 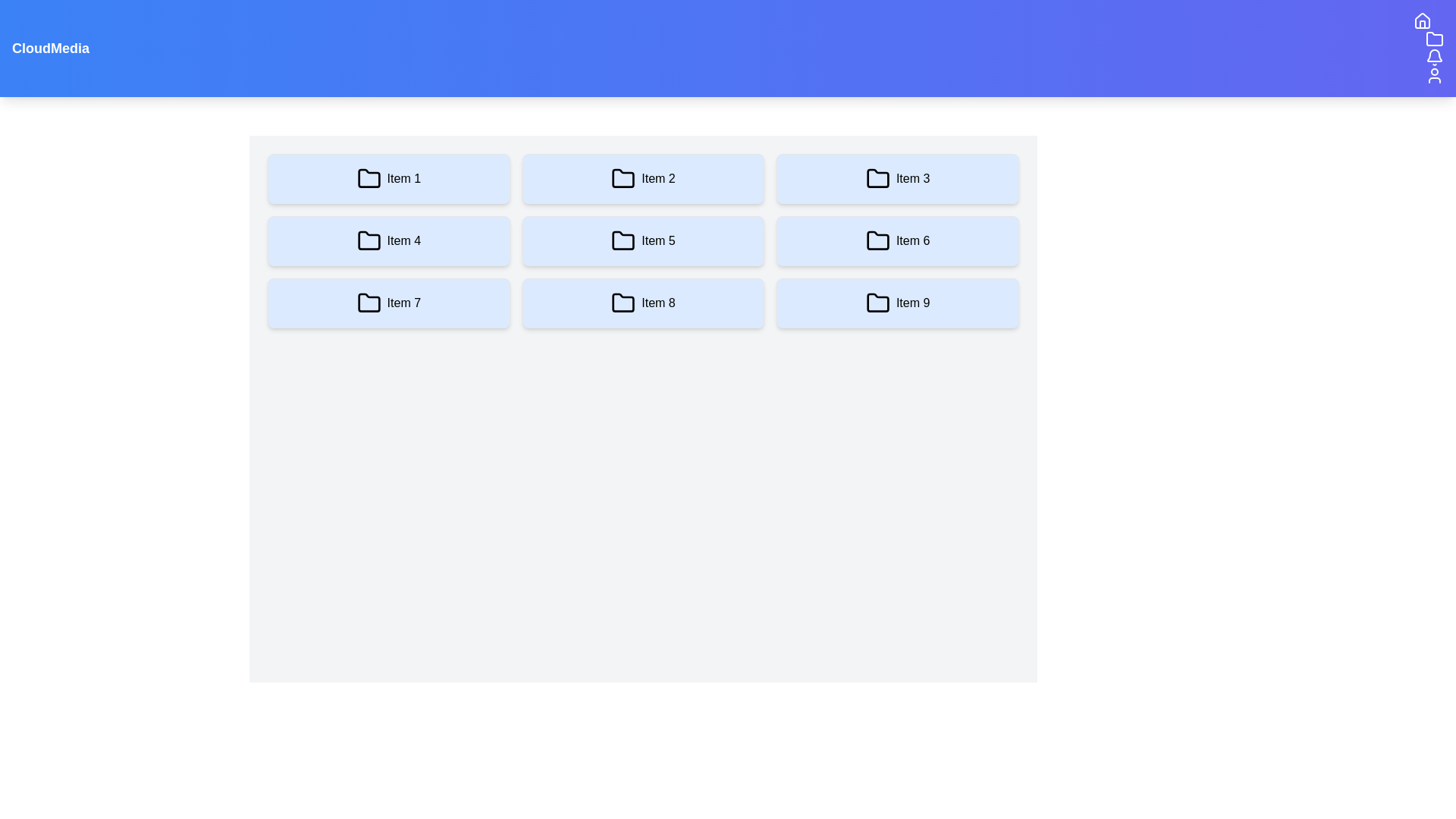 I want to click on the User navigation icon, so click(x=1433, y=76).